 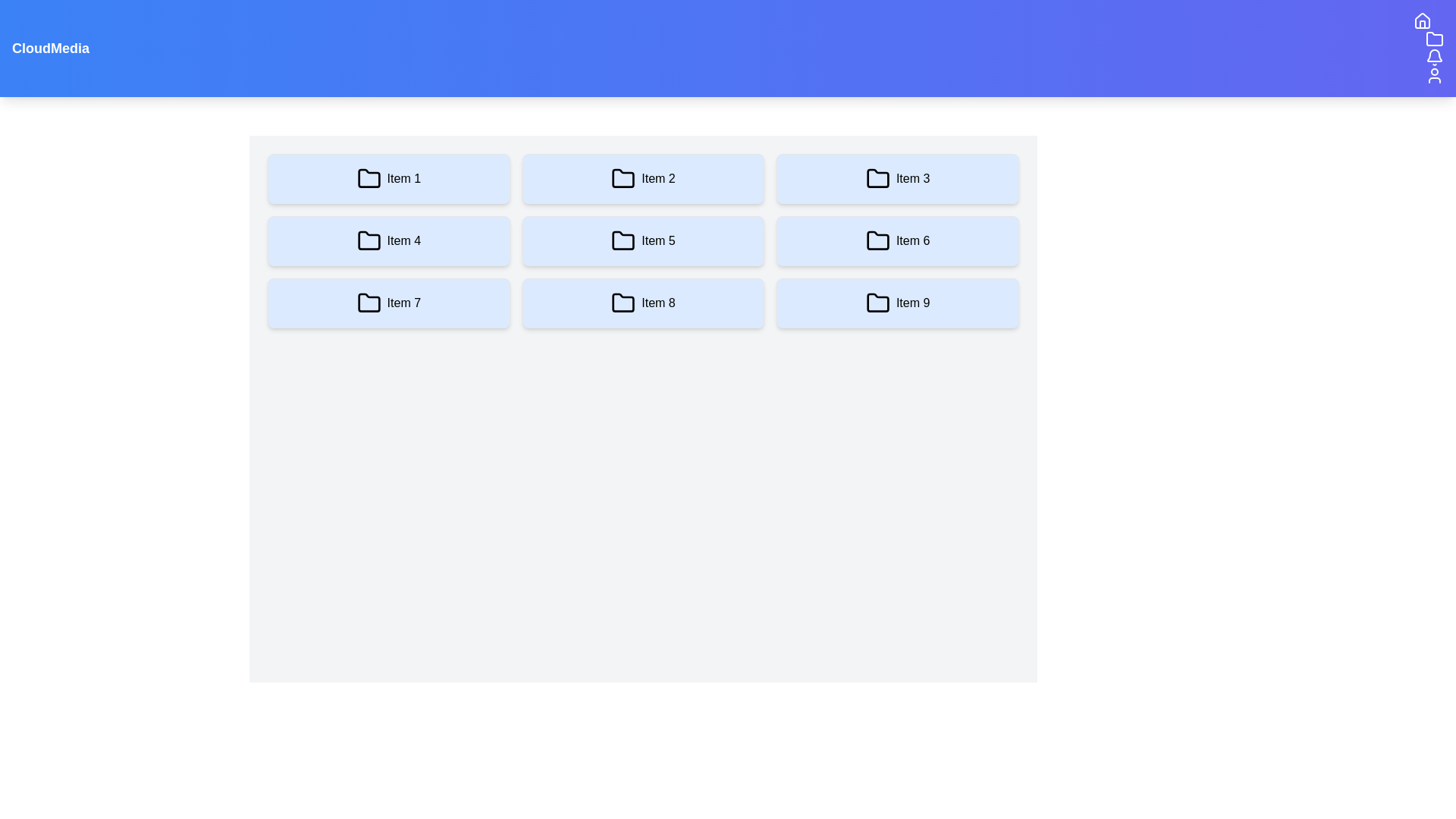 I want to click on the User navigation icon, so click(x=1433, y=76).